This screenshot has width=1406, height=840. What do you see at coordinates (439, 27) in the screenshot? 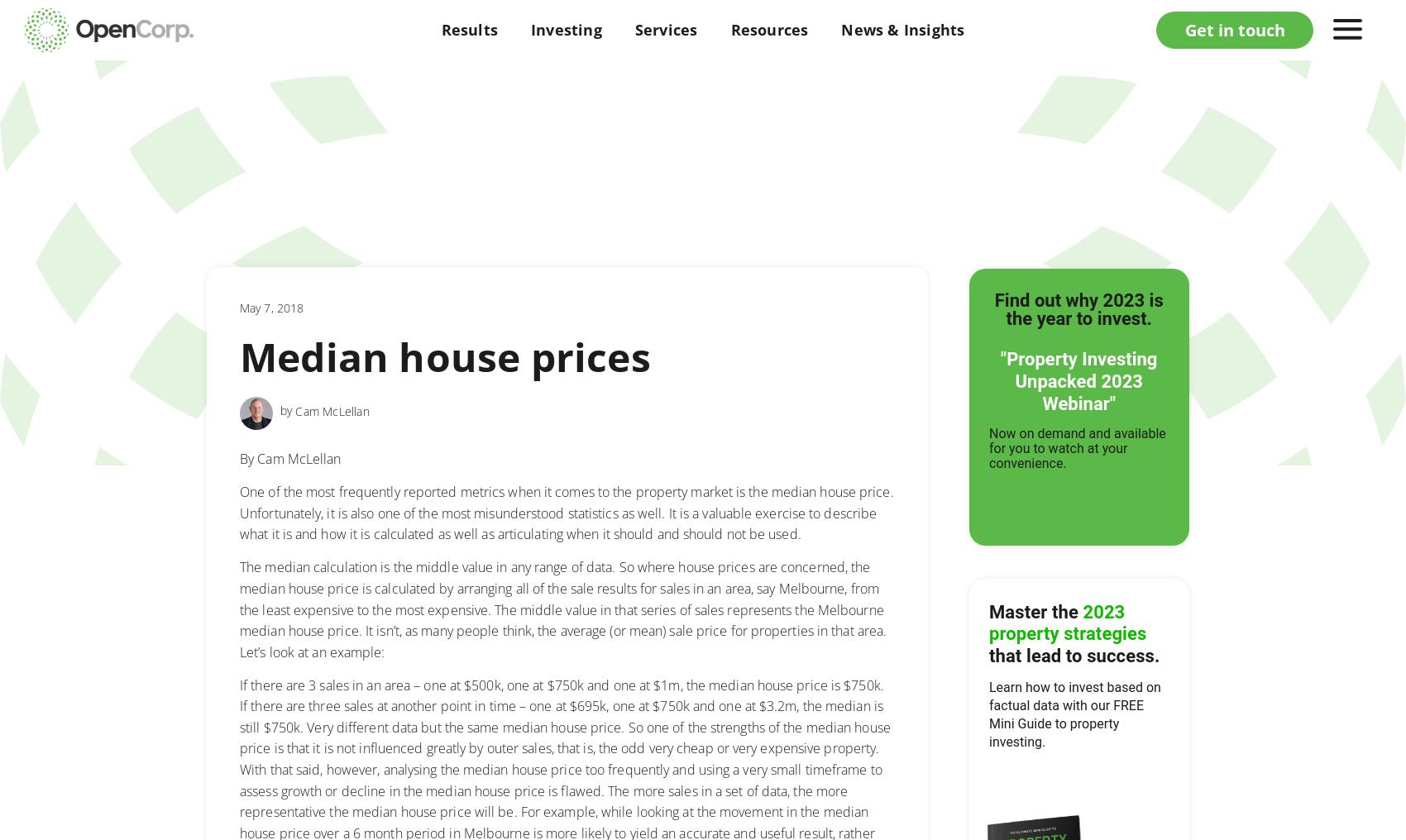
I see `'Results'` at bounding box center [439, 27].